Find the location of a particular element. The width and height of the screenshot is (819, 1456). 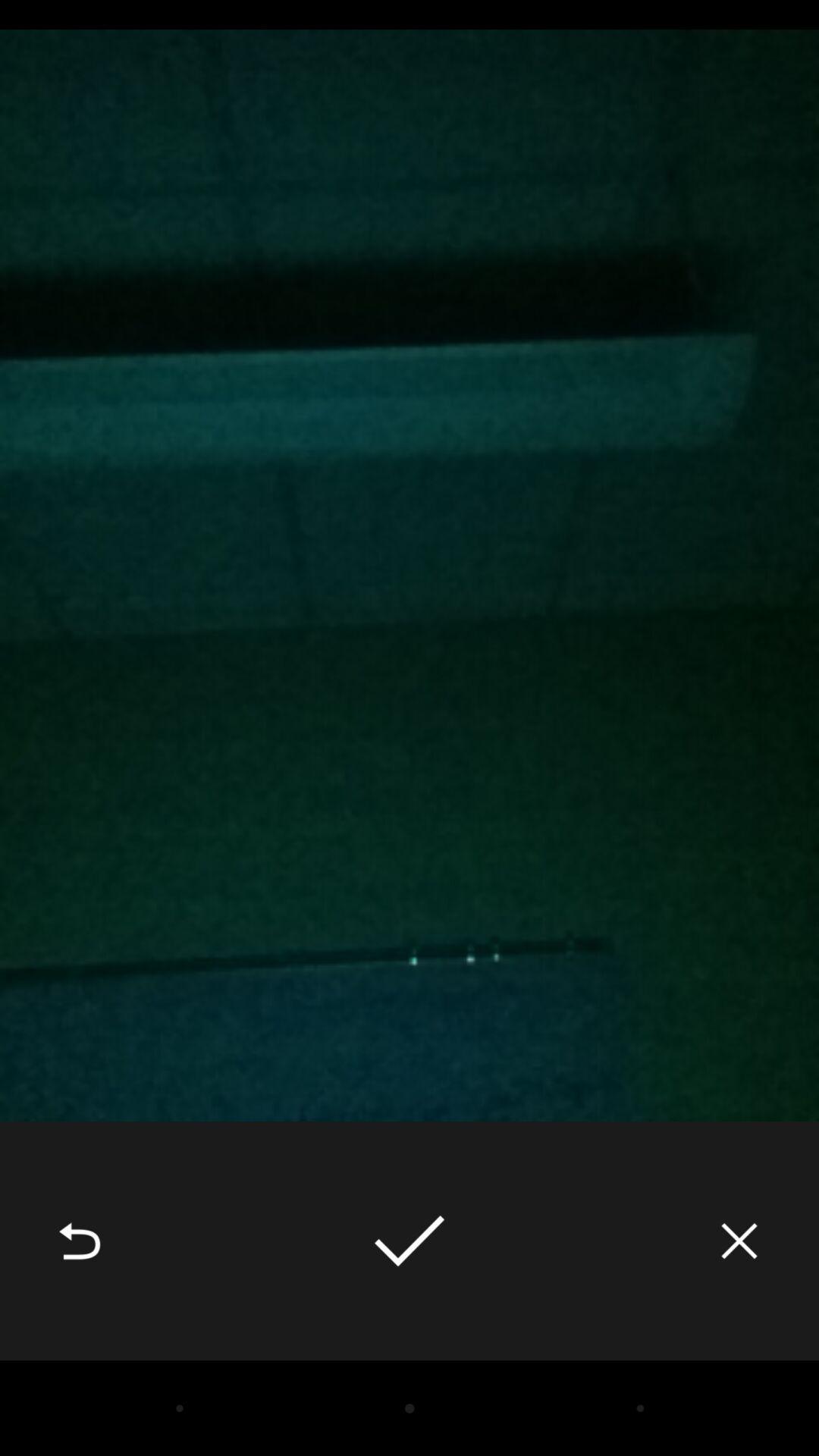

the icon at the bottom left corner is located at coordinates (79, 1241).